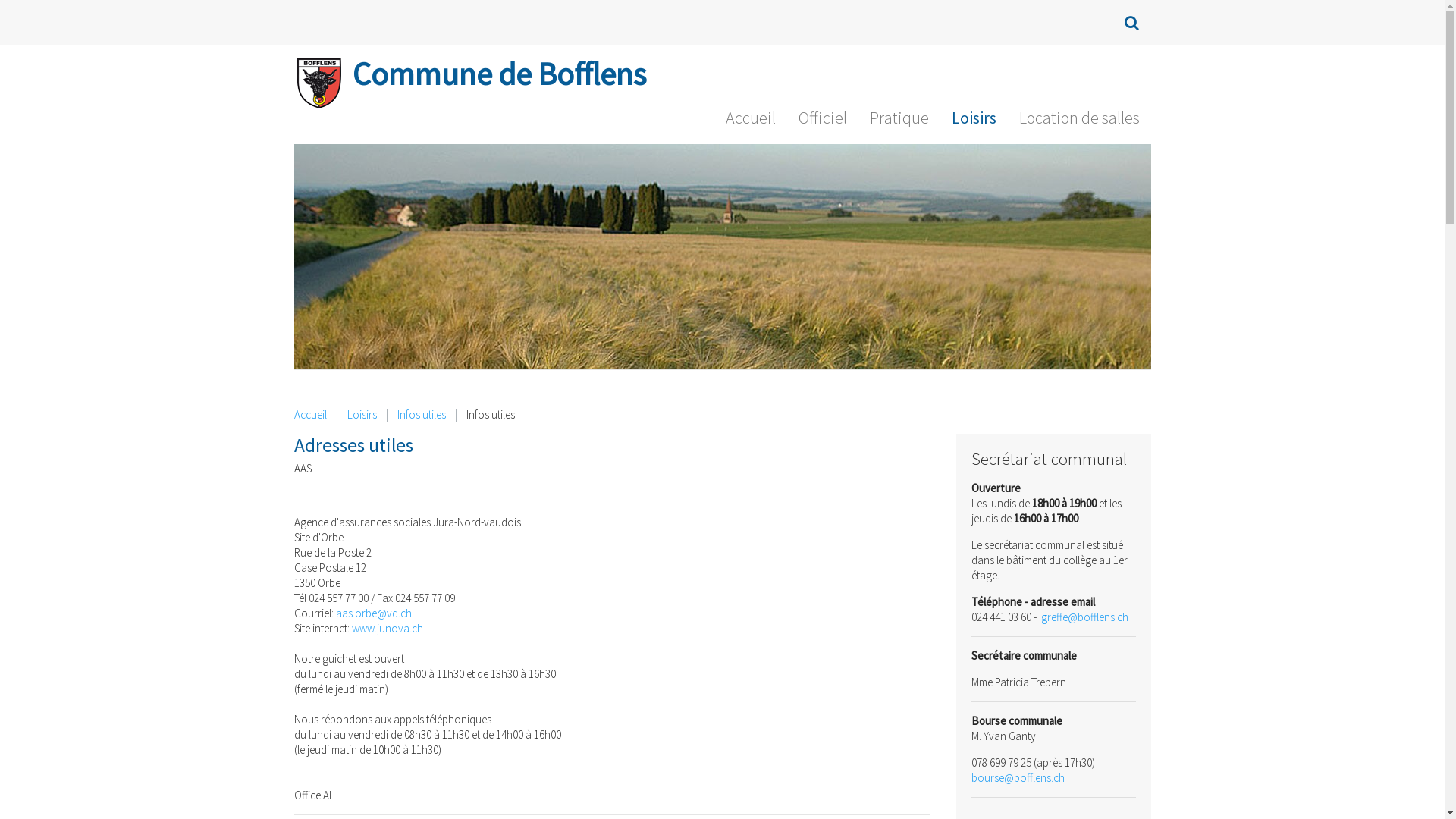  What do you see at coordinates (750, 120) in the screenshot?
I see `'Accueil'` at bounding box center [750, 120].